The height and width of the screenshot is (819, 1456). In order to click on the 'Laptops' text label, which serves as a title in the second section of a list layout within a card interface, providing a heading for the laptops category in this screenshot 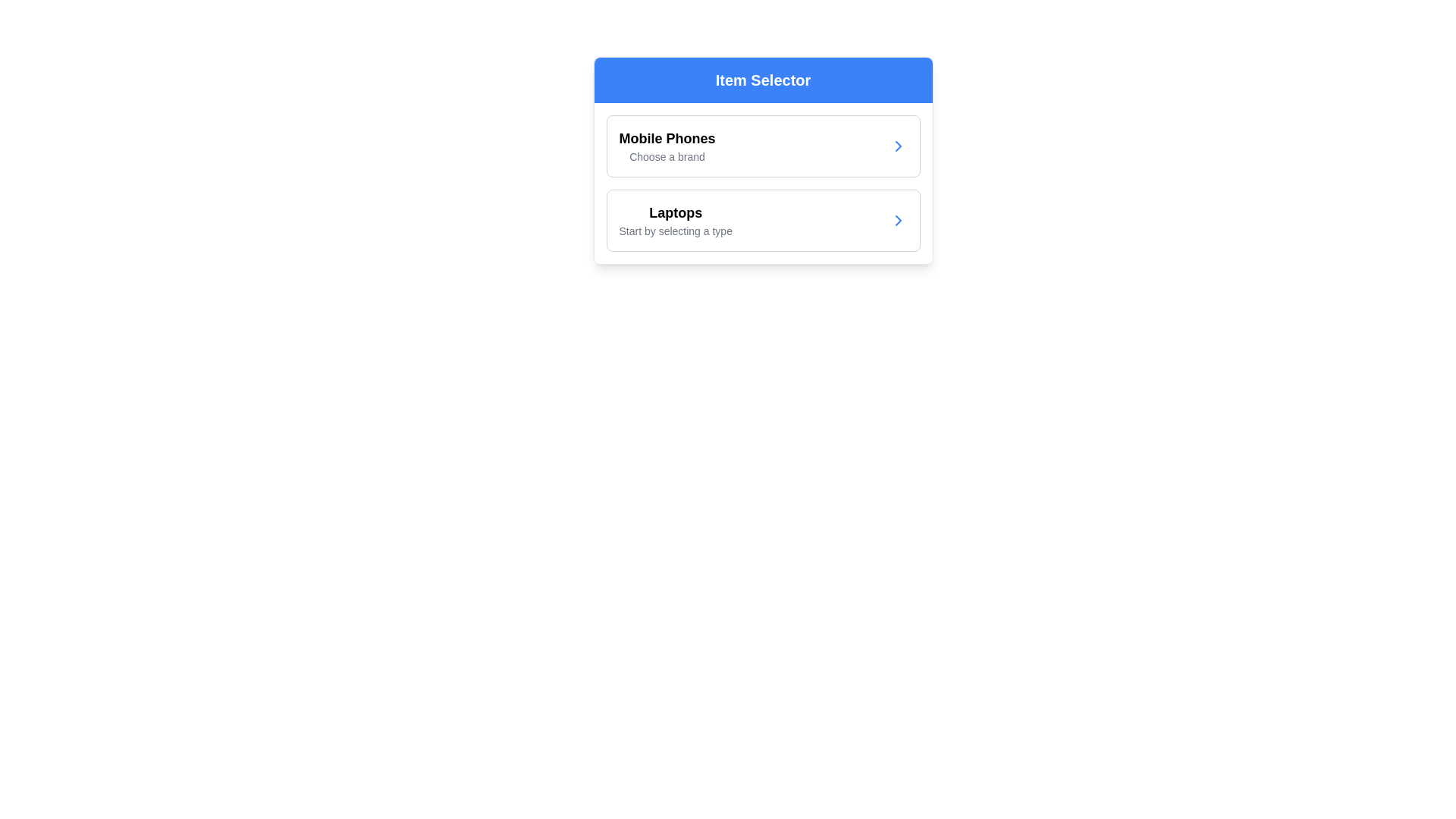, I will do `click(675, 213)`.